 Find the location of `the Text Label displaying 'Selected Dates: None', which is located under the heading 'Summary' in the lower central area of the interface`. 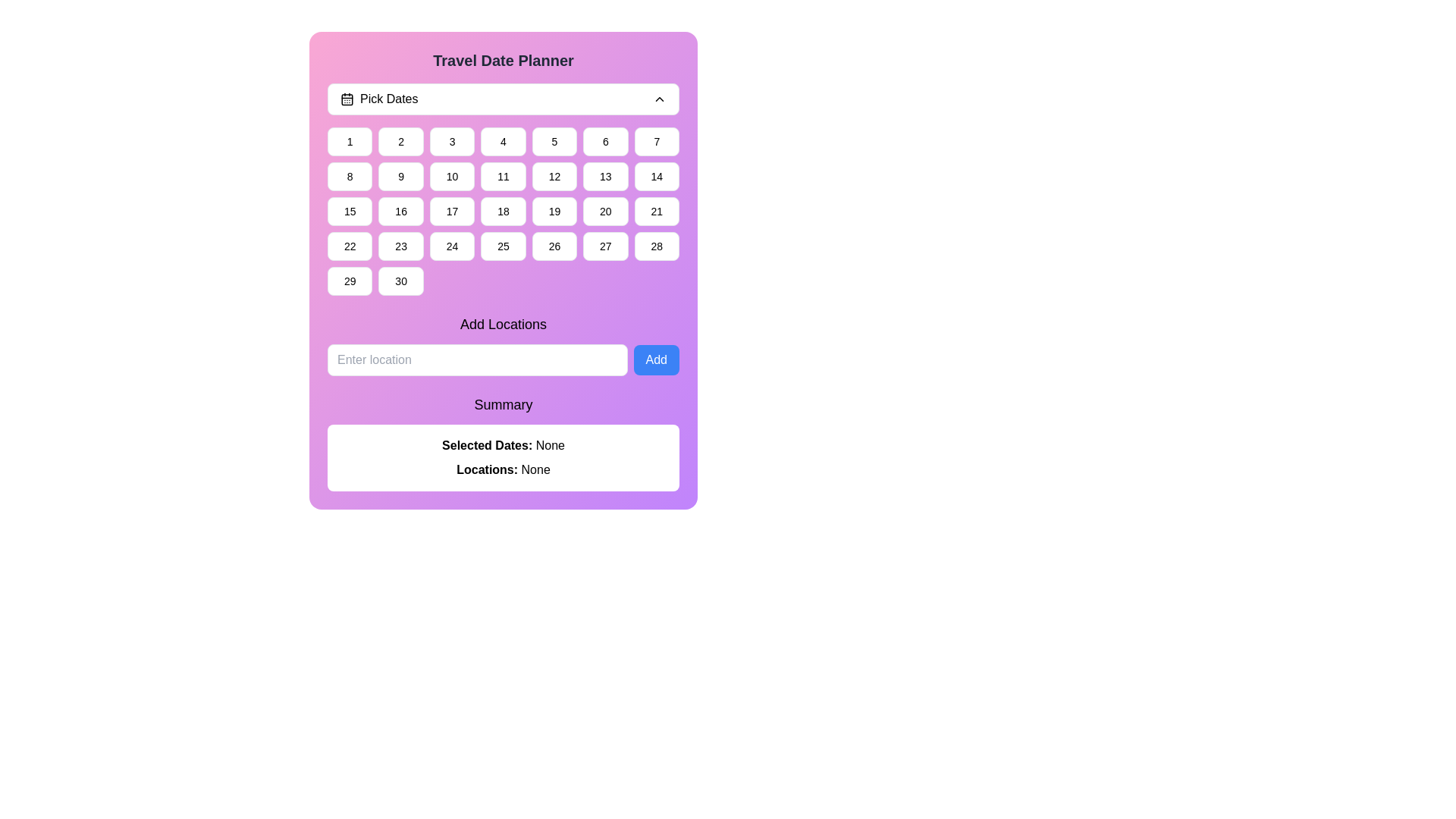

the Text Label displaying 'Selected Dates: None', which is located under the heading 'Summary' in the lower central area of the interface is located at coordinates (503, 444).